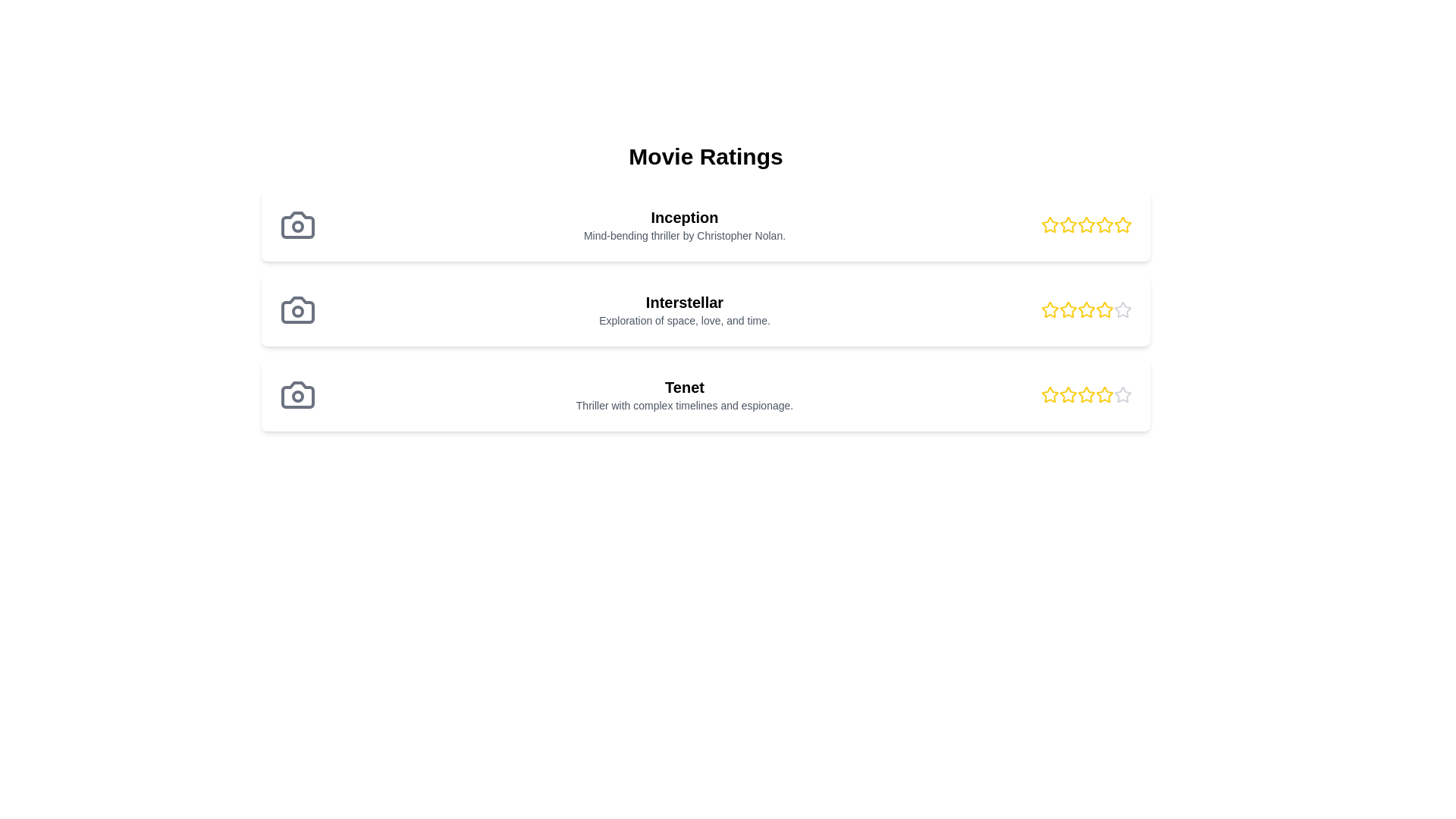  Describe the element at coordinates (1123, 224) in the screenshot. I see `the fifth star icon in the 5-star rating system for the movie 'Inception'` at that location.